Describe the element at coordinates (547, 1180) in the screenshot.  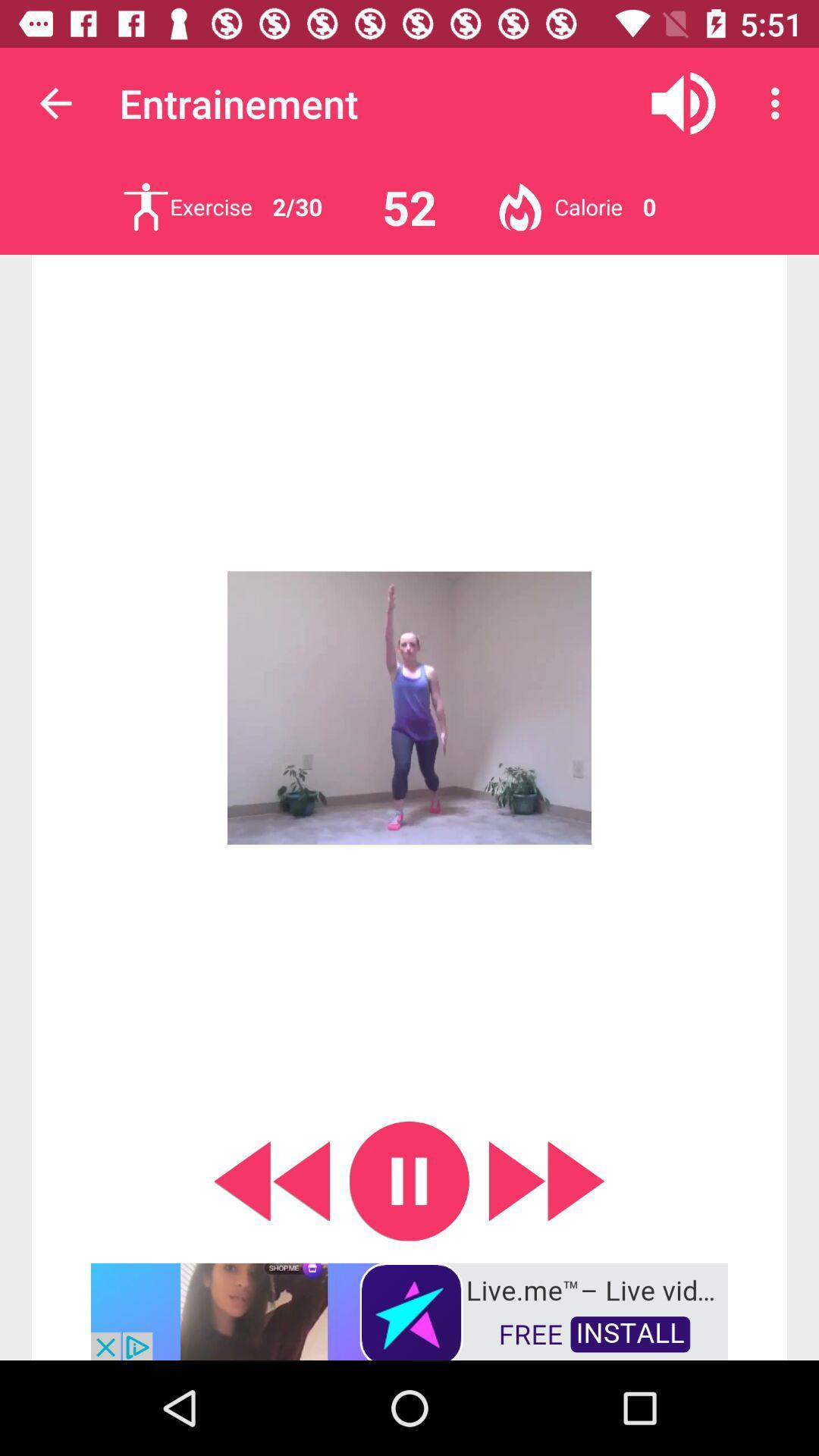
I see `skip forward` at that location.